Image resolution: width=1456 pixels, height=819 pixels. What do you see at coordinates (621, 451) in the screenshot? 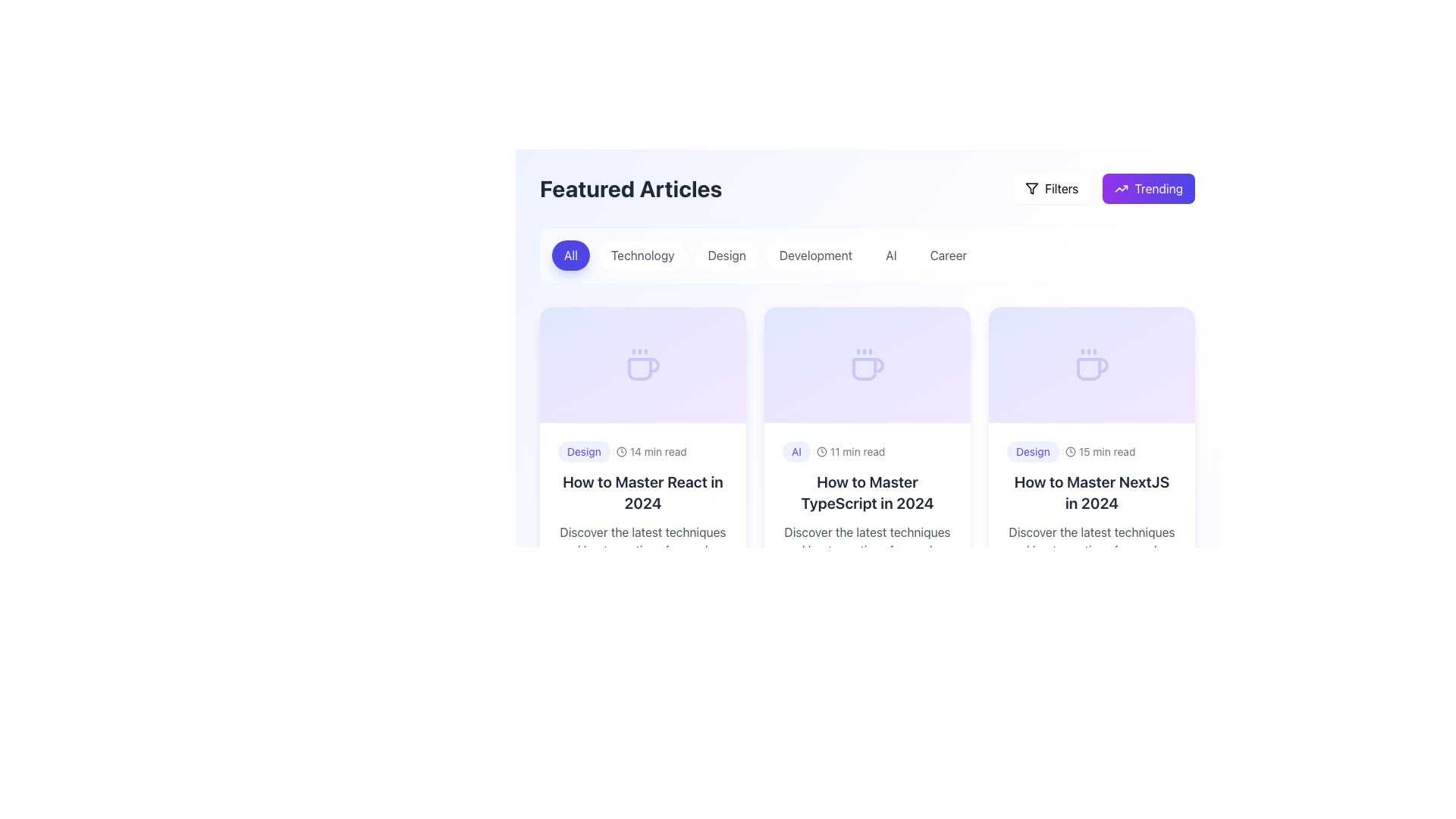
I see `the circular shape of the clock icon located in the top-right corner of the list item labeled 'How to Master React in 2024.'` at bounding box center [621, 451].